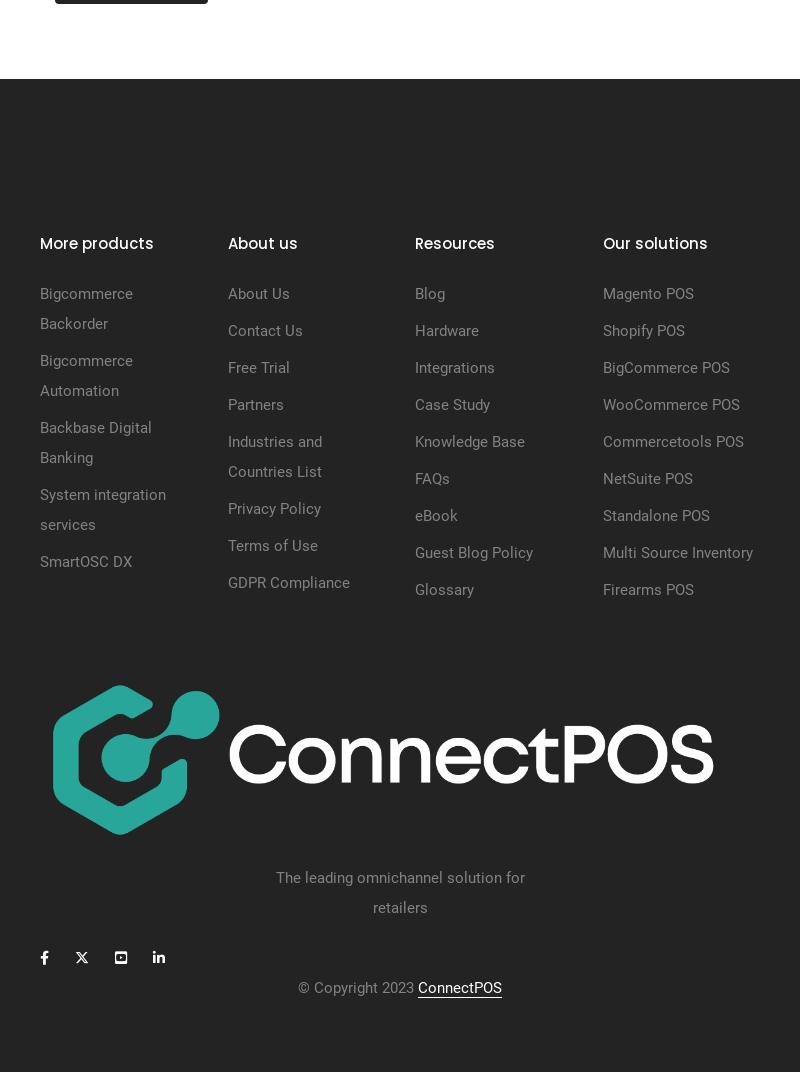  Describe the element at coordinates (432, 478) in the screenshot. I see `'FAQs'` at that location.